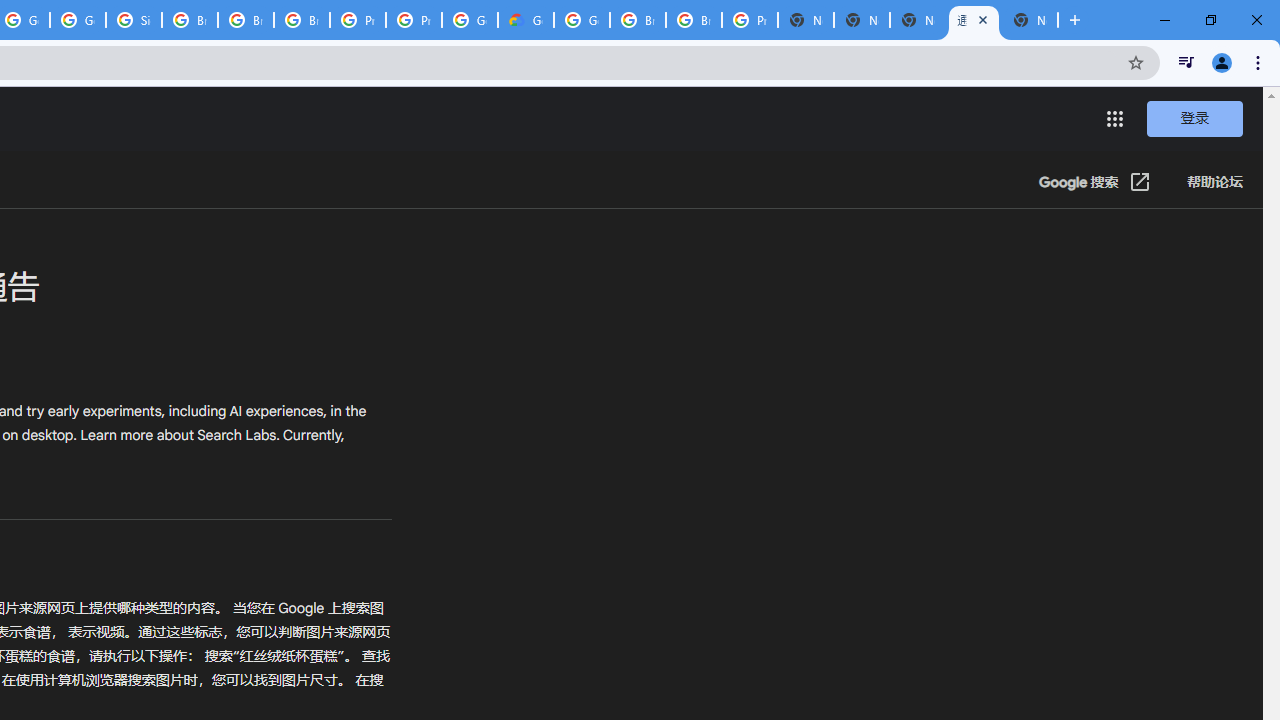 Image resolution: width=1280 pixels, height=720 pixels. Describe the element at coordinates (581, 20) in the screenshot. I see `'Google Cloud Platform'` at that location.